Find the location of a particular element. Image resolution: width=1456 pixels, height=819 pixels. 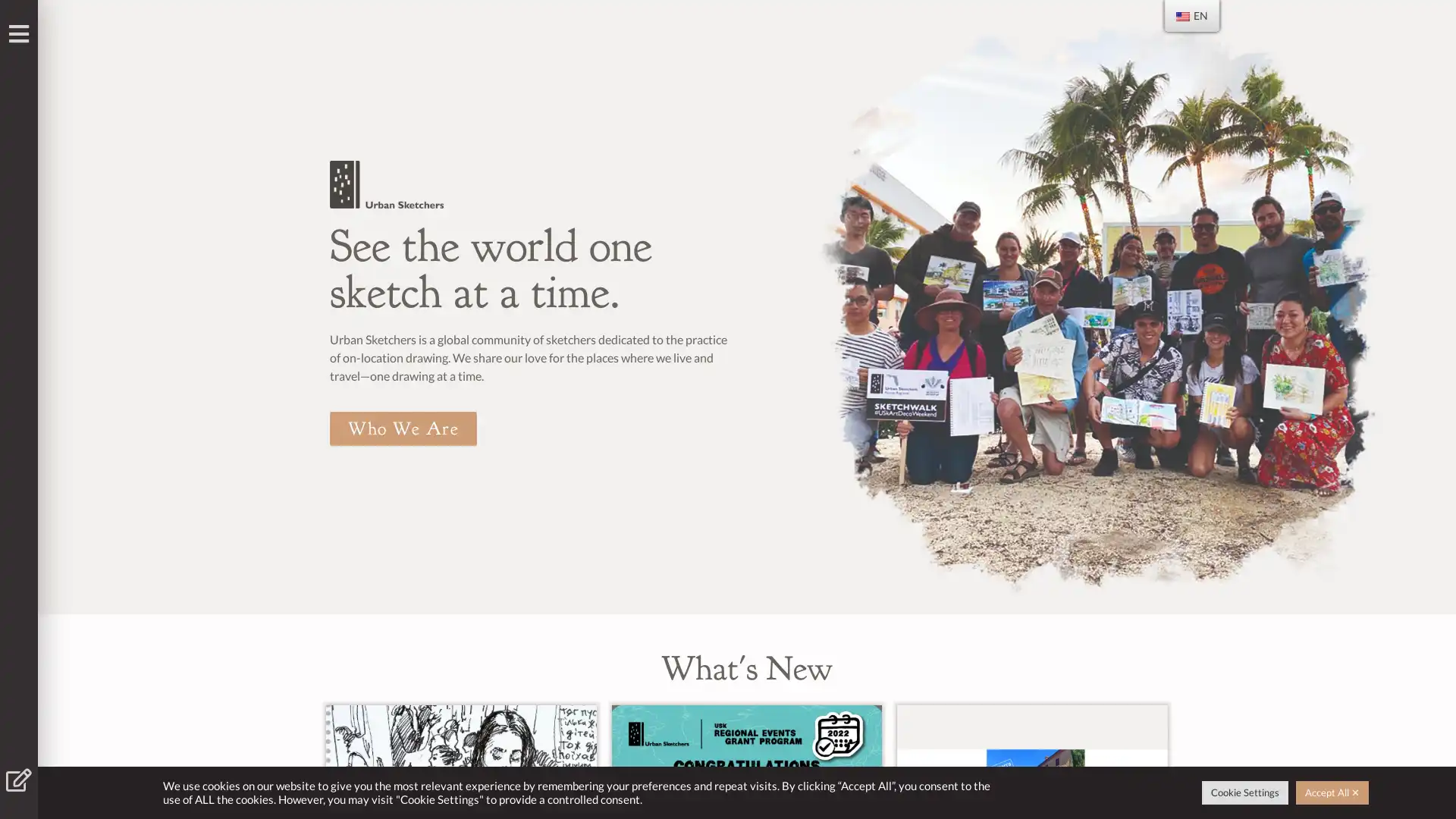

Go to slide 1 is located at coordinates (1094, 582).